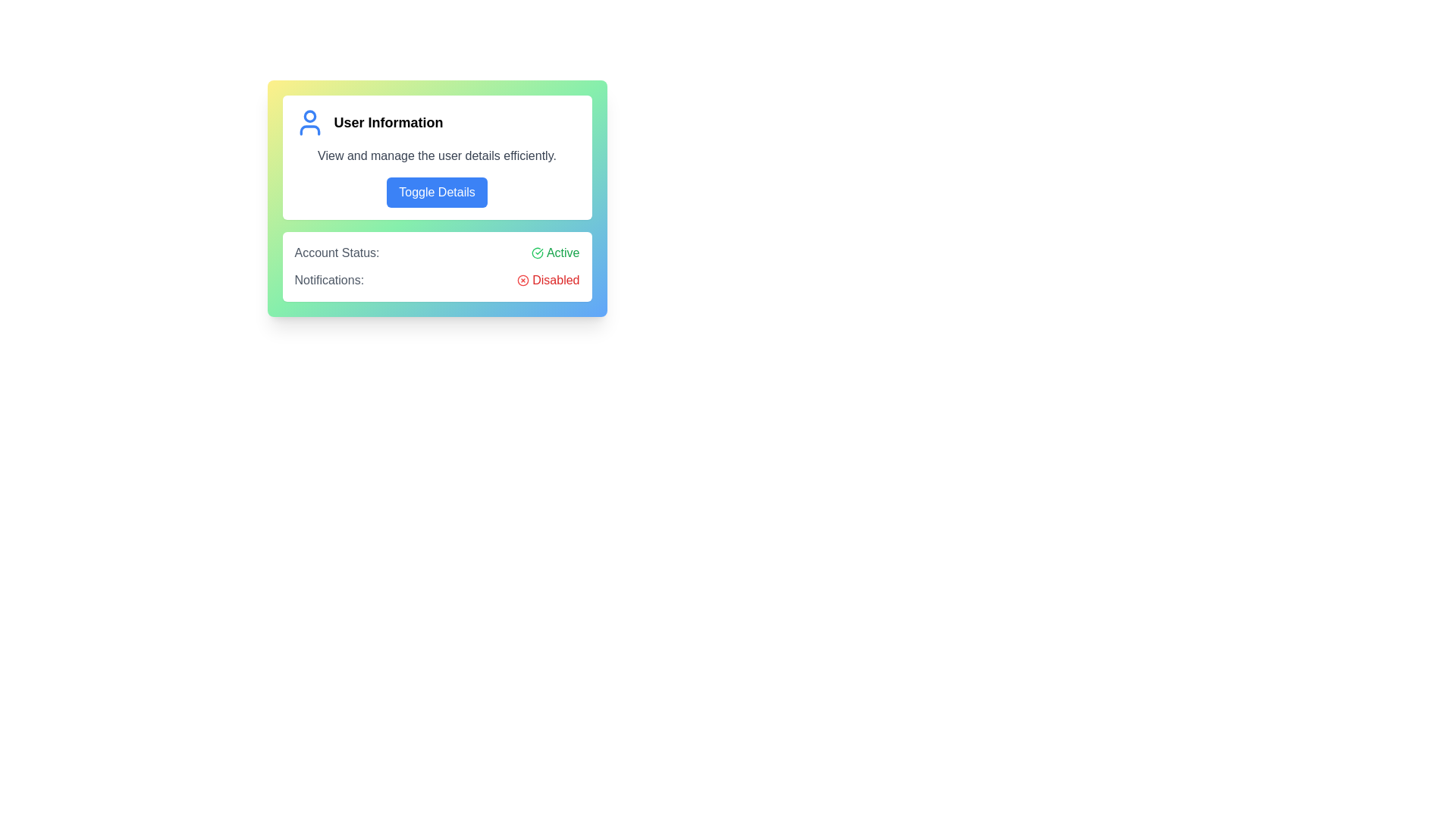 The height and width of the screenshot is (819, 1456). I want to click on the text label displaying 'Notifications:' in gray color, located to the left of the notification status controls, so click(328, 281).